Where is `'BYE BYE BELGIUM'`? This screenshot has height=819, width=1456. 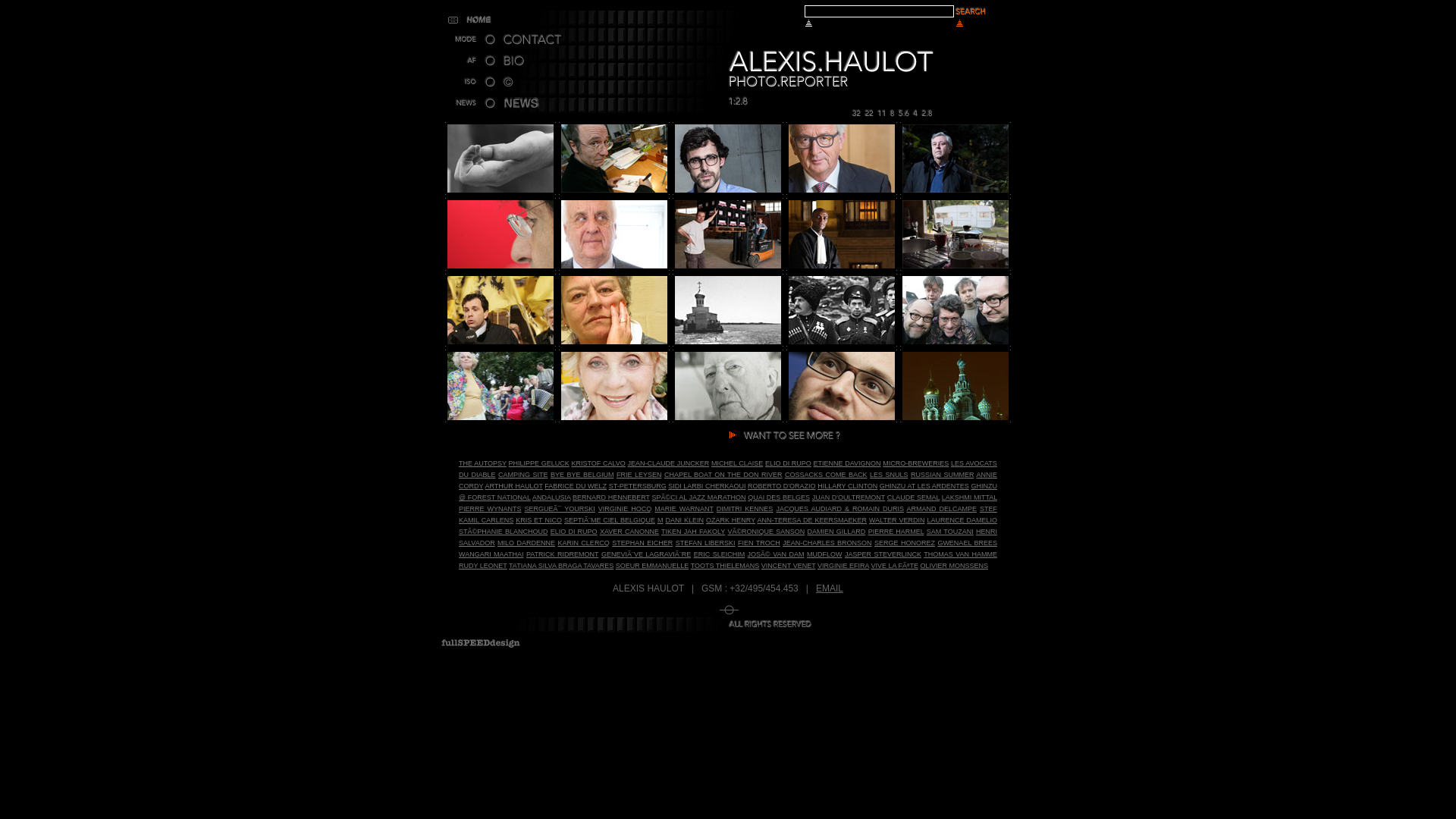 'BYE BYE BELGIUM' is located at coordinates (581, 473).